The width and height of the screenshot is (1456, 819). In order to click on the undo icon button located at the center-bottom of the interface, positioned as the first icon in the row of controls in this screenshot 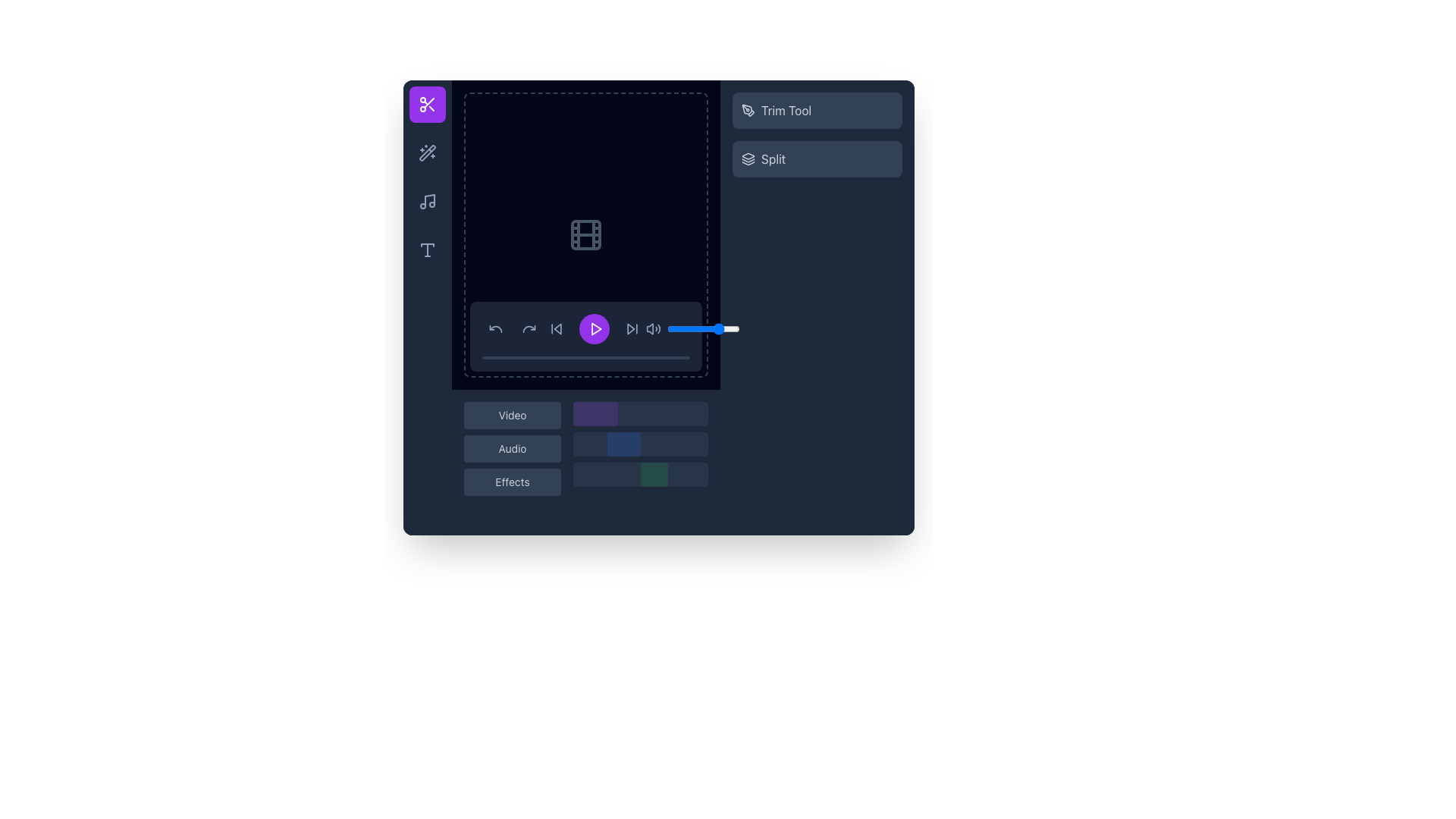, I will do `click(495, 328)`.